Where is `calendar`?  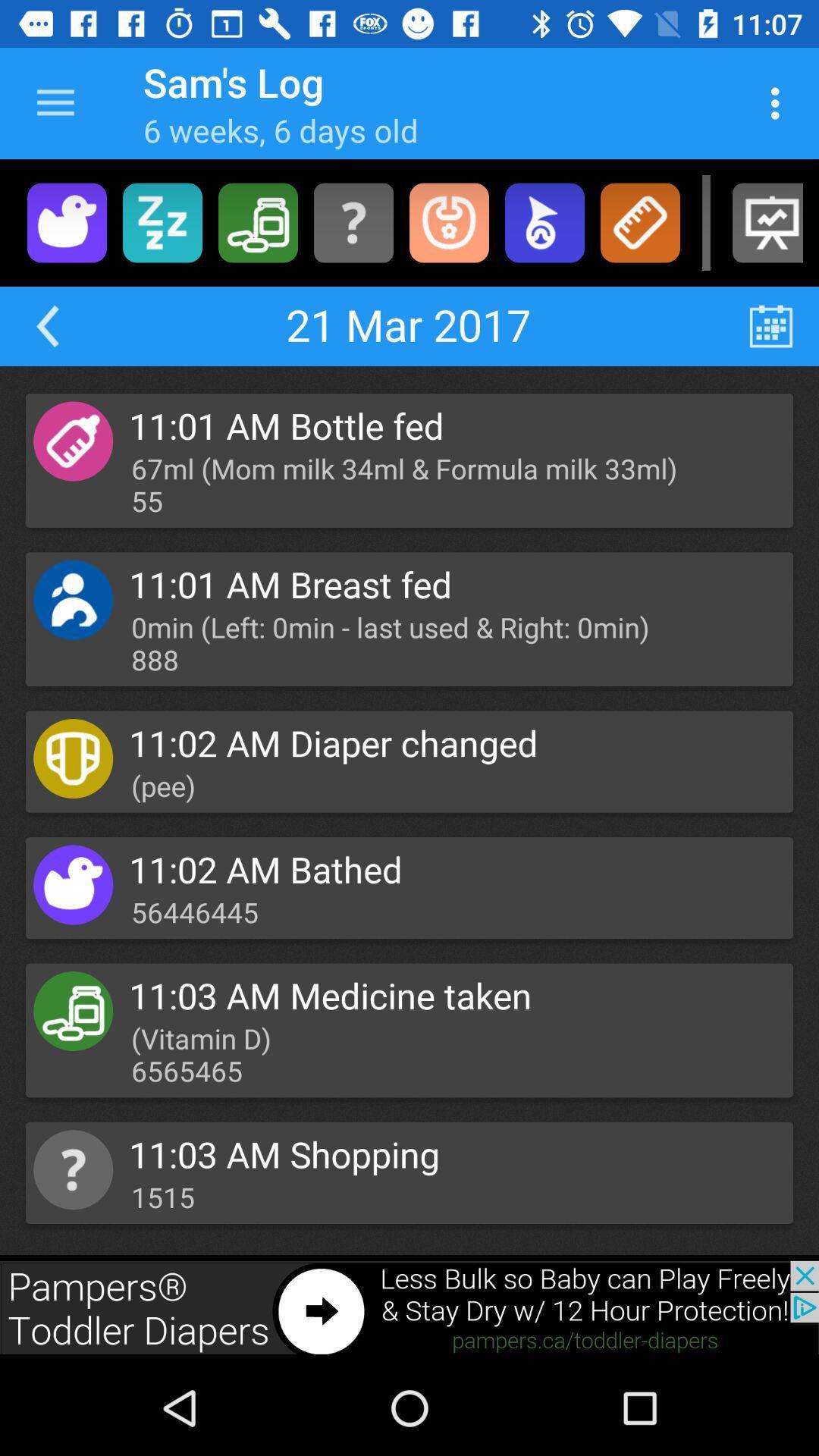 calendar is located at coordinates (771, 325).